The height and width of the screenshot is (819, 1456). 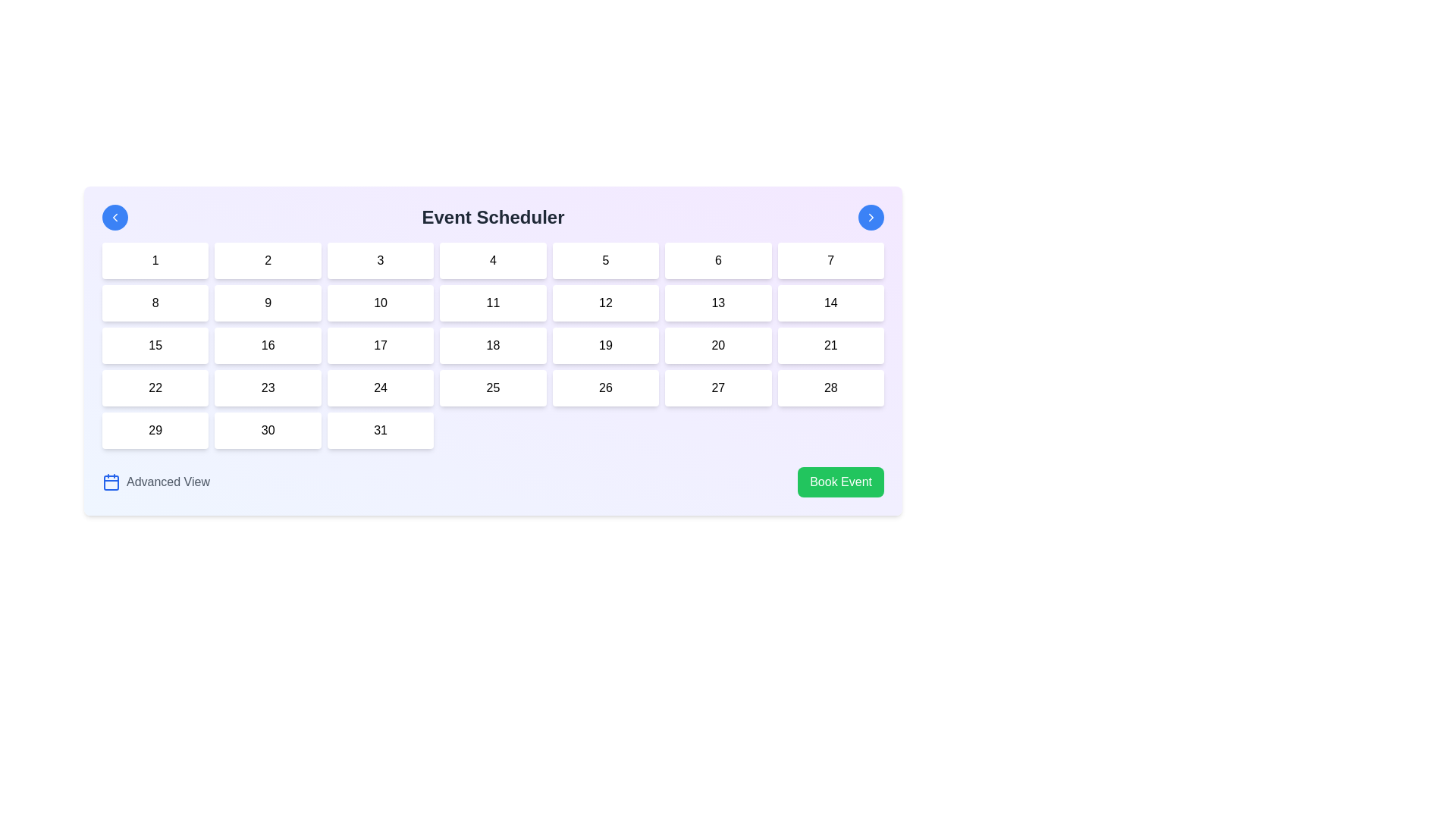 What do you see at coordinates (115, 217) in the screenshot?
I see `the leftward arrow icon inside the circular blue button at the top-left corner of the event scheduler interface` at bounding box center [115, 217].